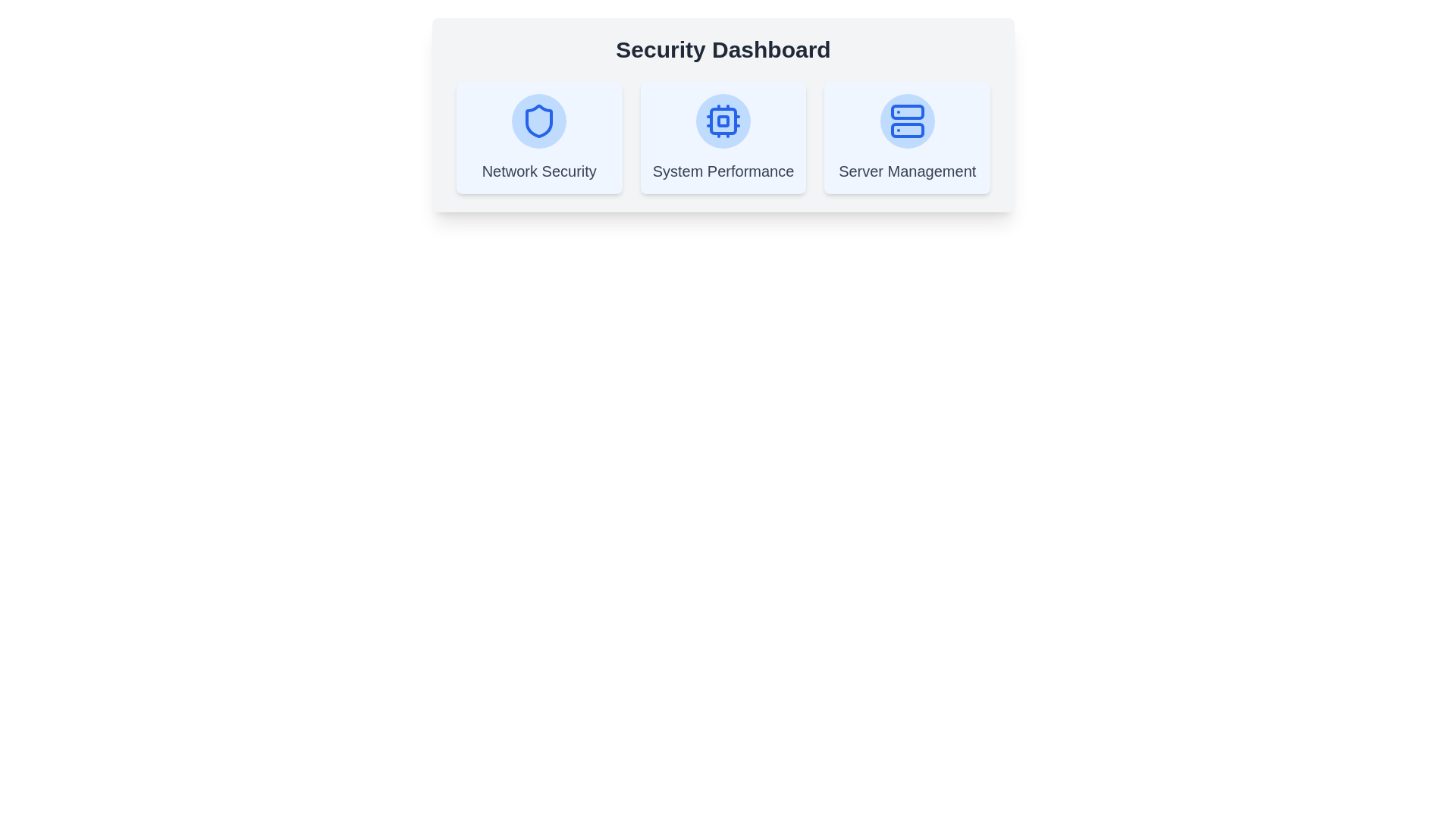 This screenshot has width=1456, height=819. What do you see at coordinates (723, 120) in the screenshot?
I see `the central rectangle of the CPU icon, which is part of the 'System Performance' dashboard item` at bounding box center [723, 120].